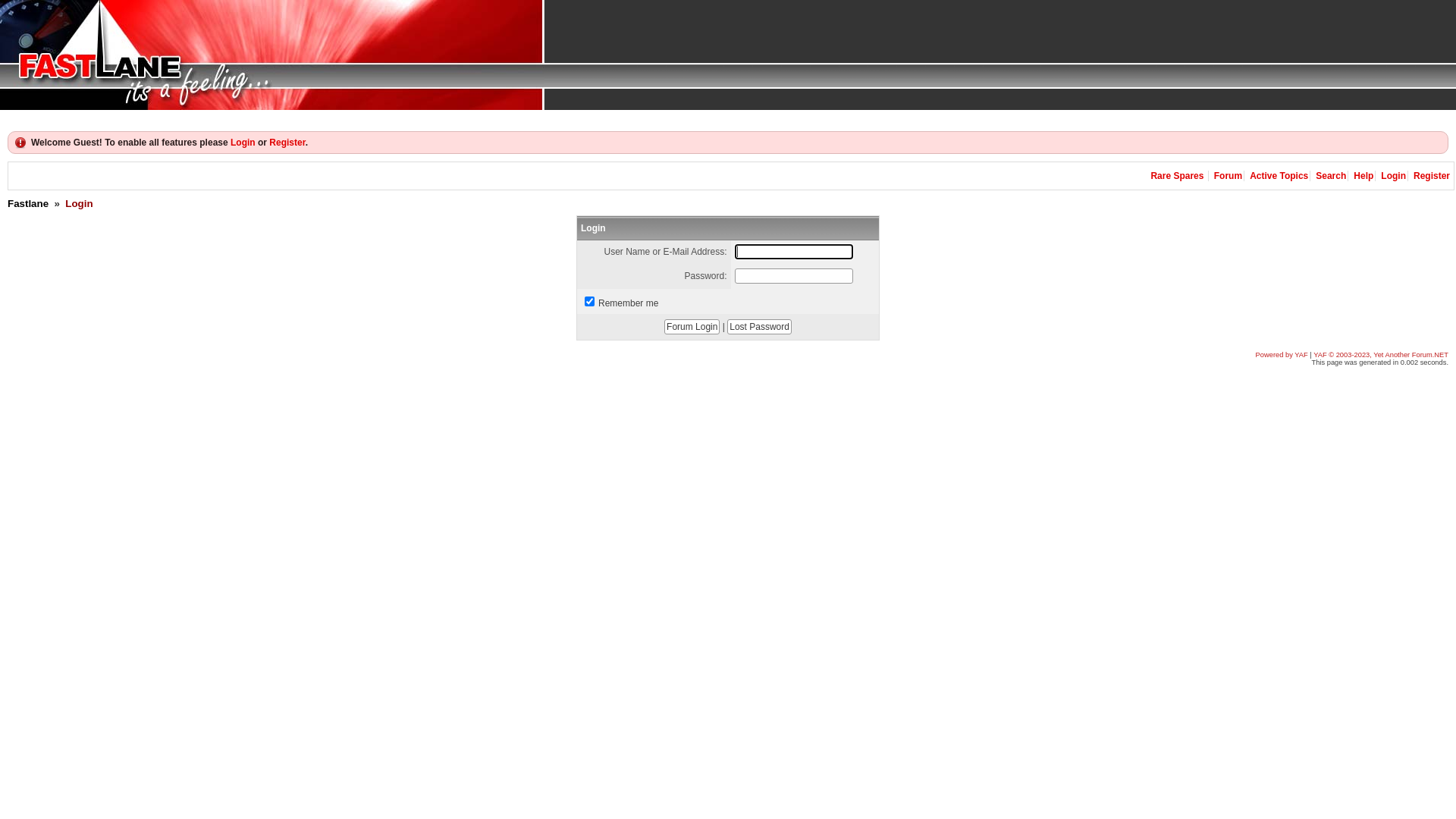  I want to click on 'Forum Login', so click(691, 326).